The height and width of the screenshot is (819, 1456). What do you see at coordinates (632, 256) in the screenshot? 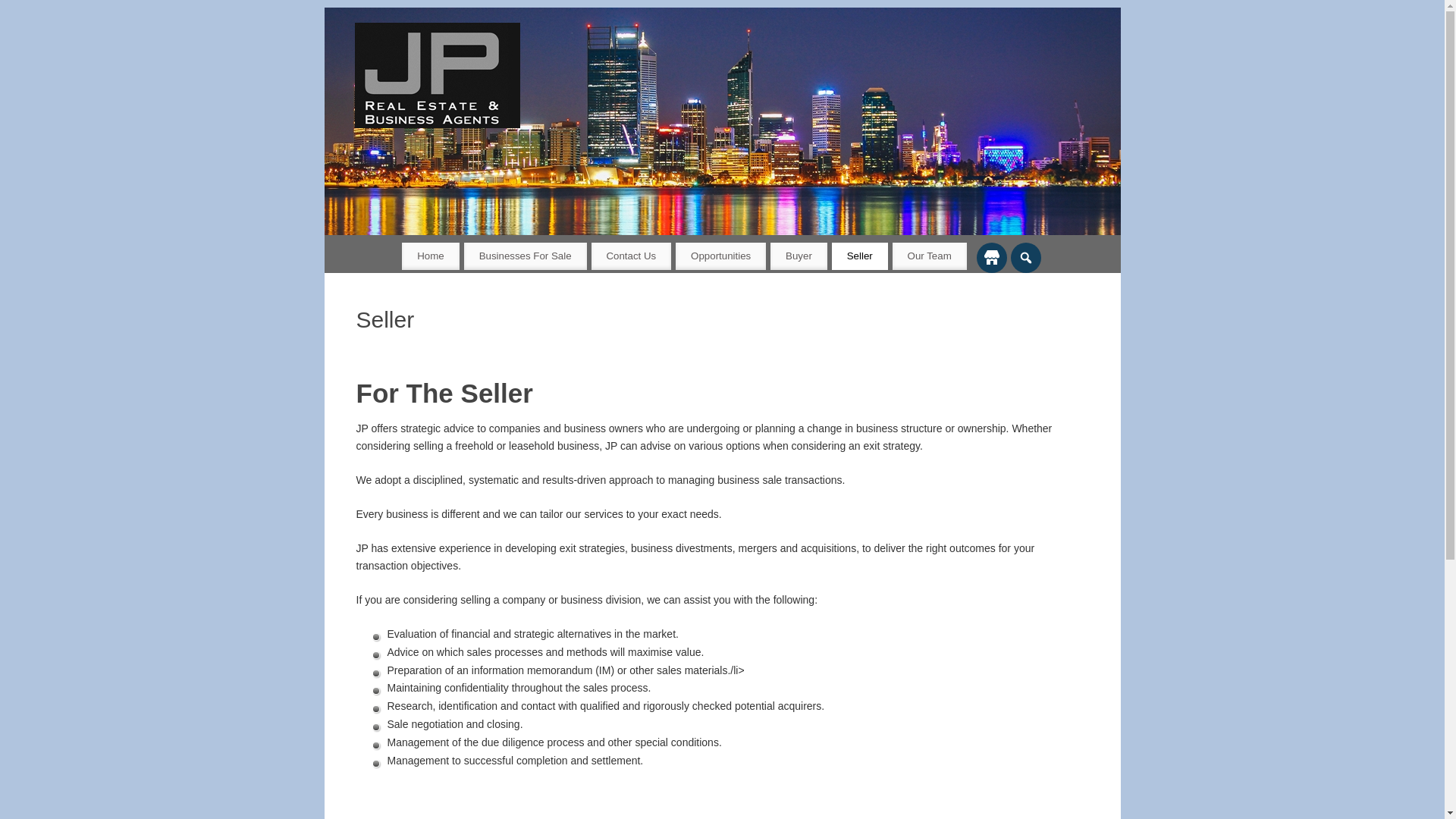
I see `'Contact Us'` at bounding box center [632, 256].